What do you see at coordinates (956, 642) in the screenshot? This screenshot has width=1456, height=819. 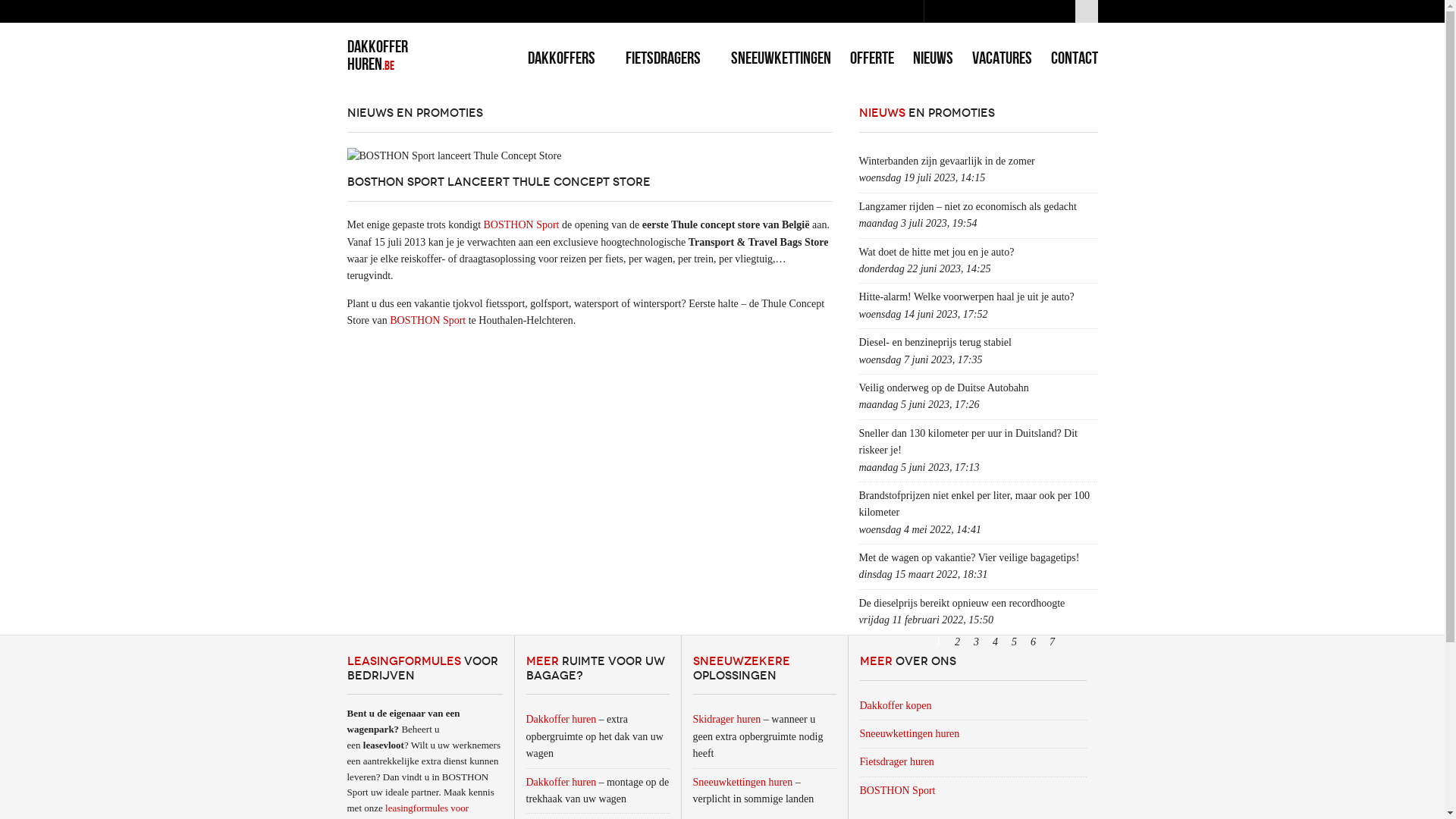 I see `'2'` at bounding box center [956, 642].